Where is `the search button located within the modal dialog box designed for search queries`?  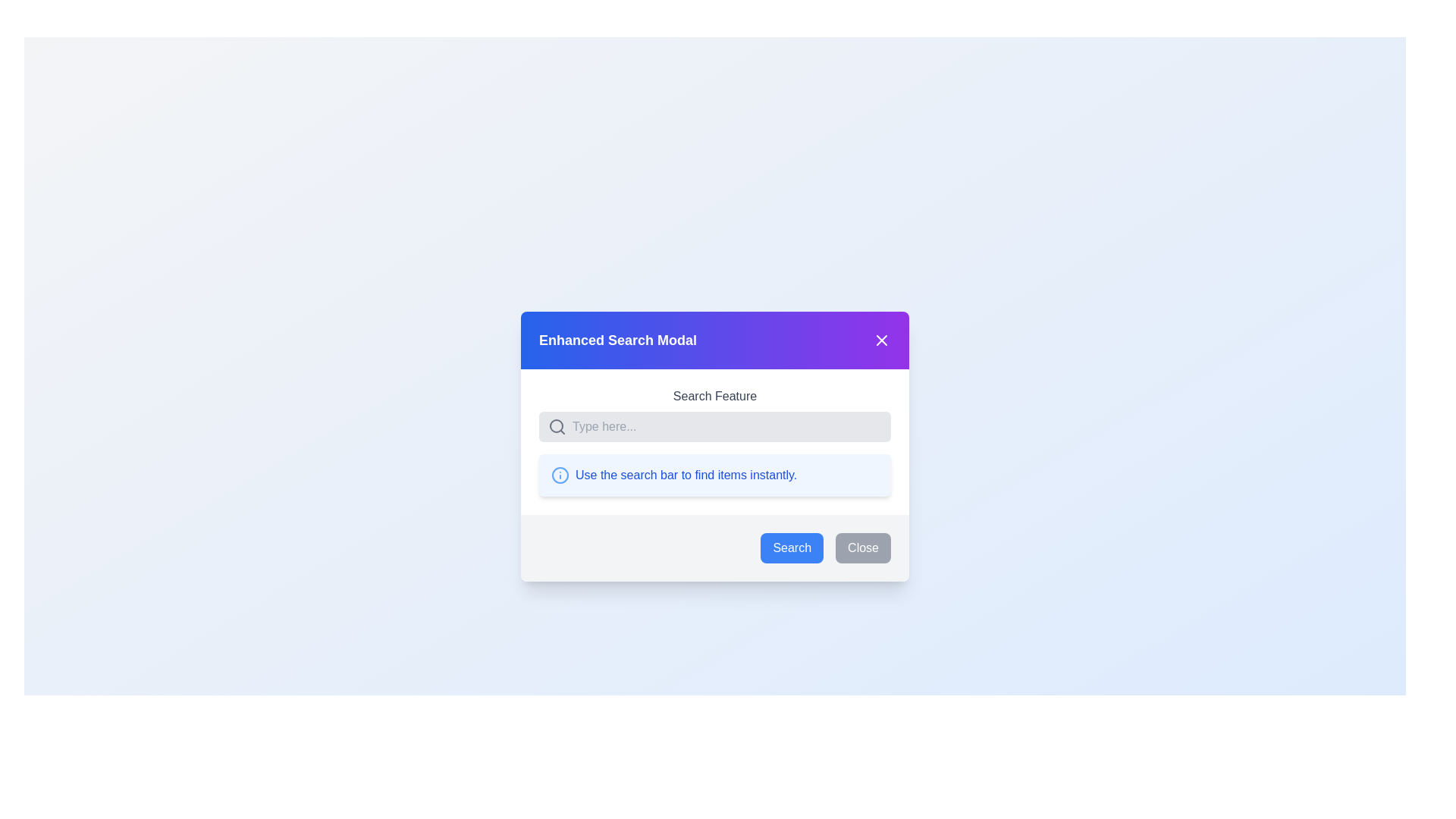
the search button located within the modal dialog box designed for search queries is located at coordinates (714, 446).